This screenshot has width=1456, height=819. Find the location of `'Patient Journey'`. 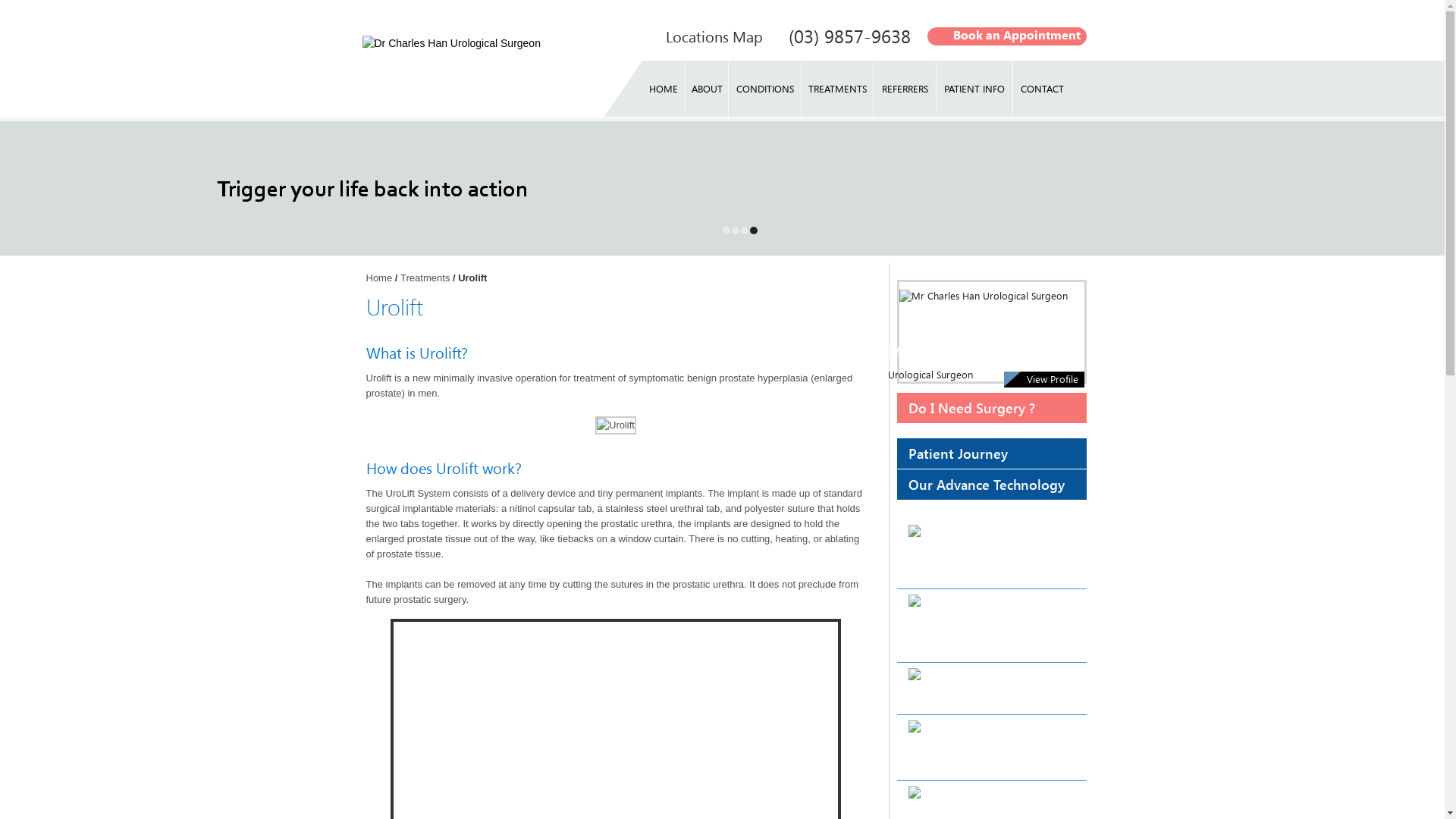

'Patient Journey' is located at coordinates (990, 452).